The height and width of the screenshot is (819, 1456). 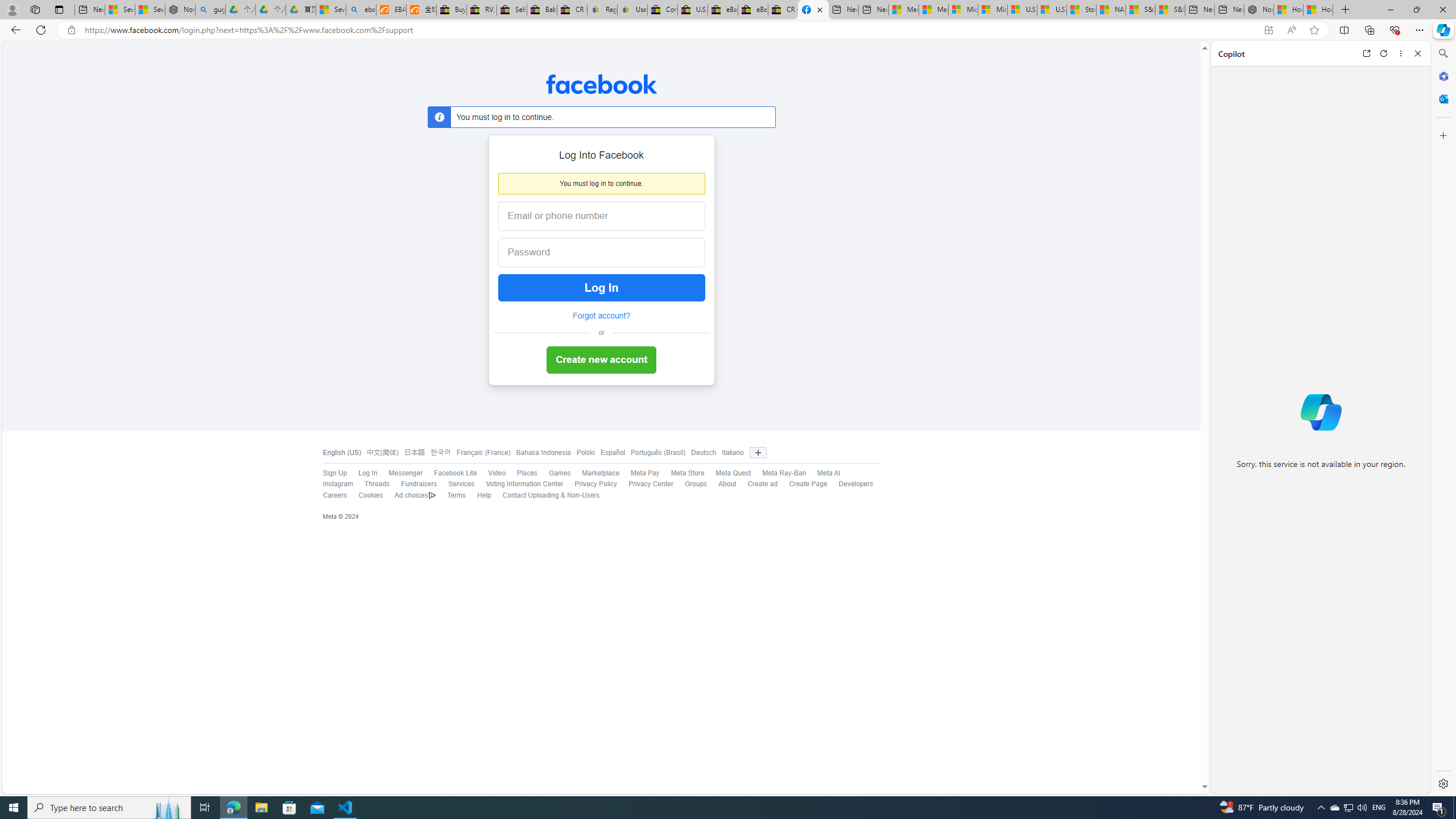 I want to click on 'Meta Quest', so click(x=728, y=473).